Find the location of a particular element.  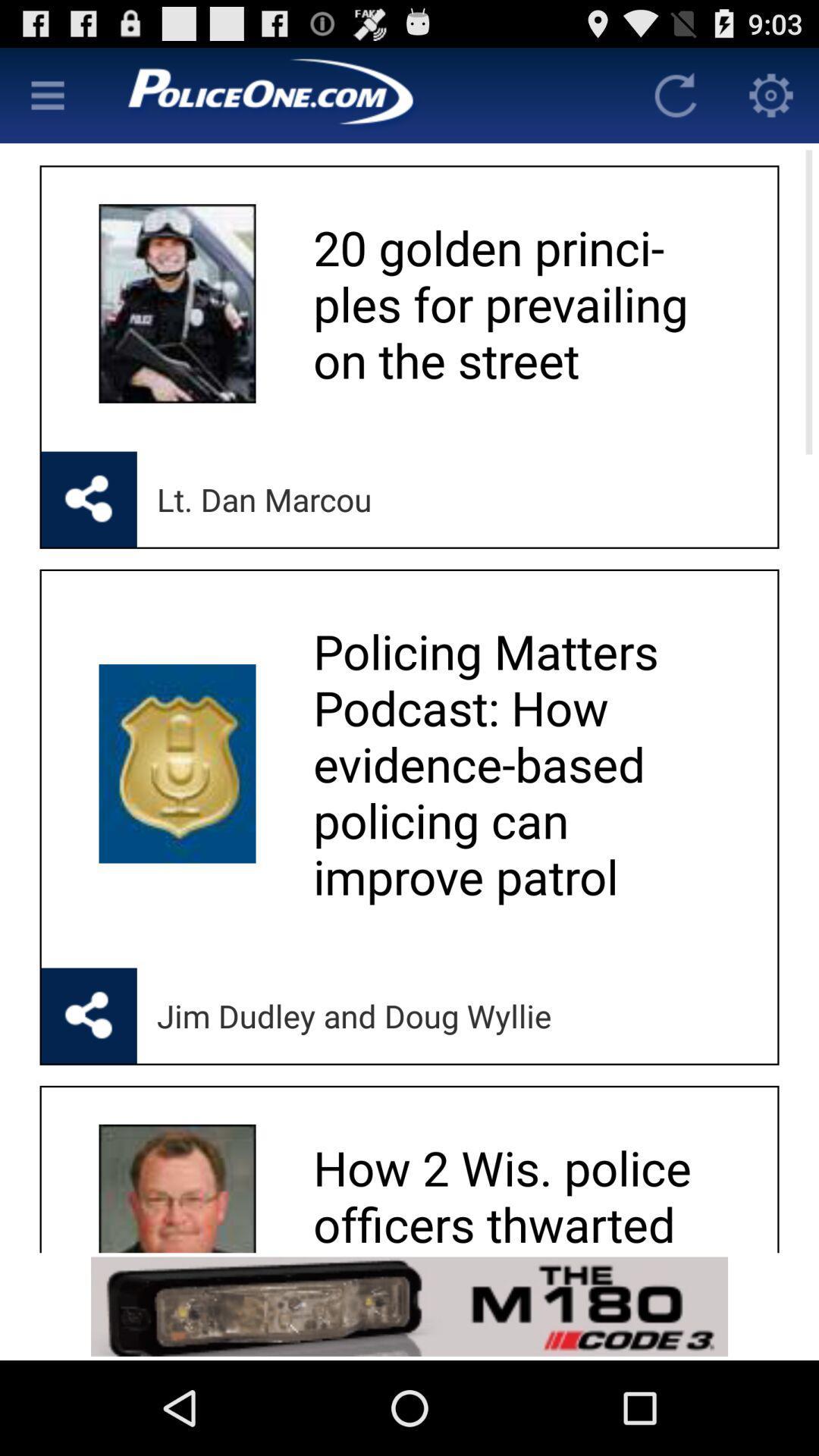

settings is located at coordinates (771, 94).